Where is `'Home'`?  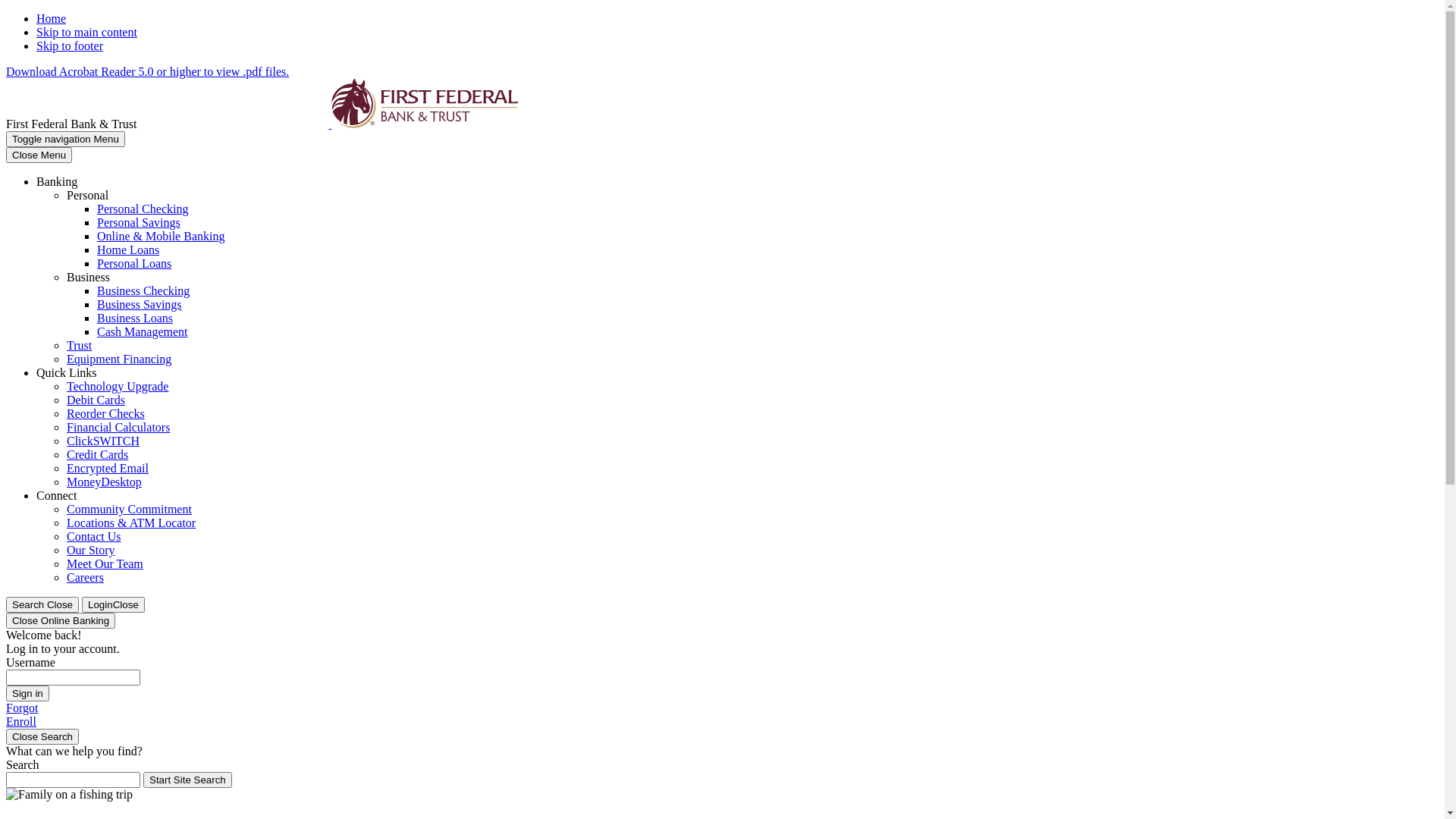 'Home' is located at coordinates (51, 18).